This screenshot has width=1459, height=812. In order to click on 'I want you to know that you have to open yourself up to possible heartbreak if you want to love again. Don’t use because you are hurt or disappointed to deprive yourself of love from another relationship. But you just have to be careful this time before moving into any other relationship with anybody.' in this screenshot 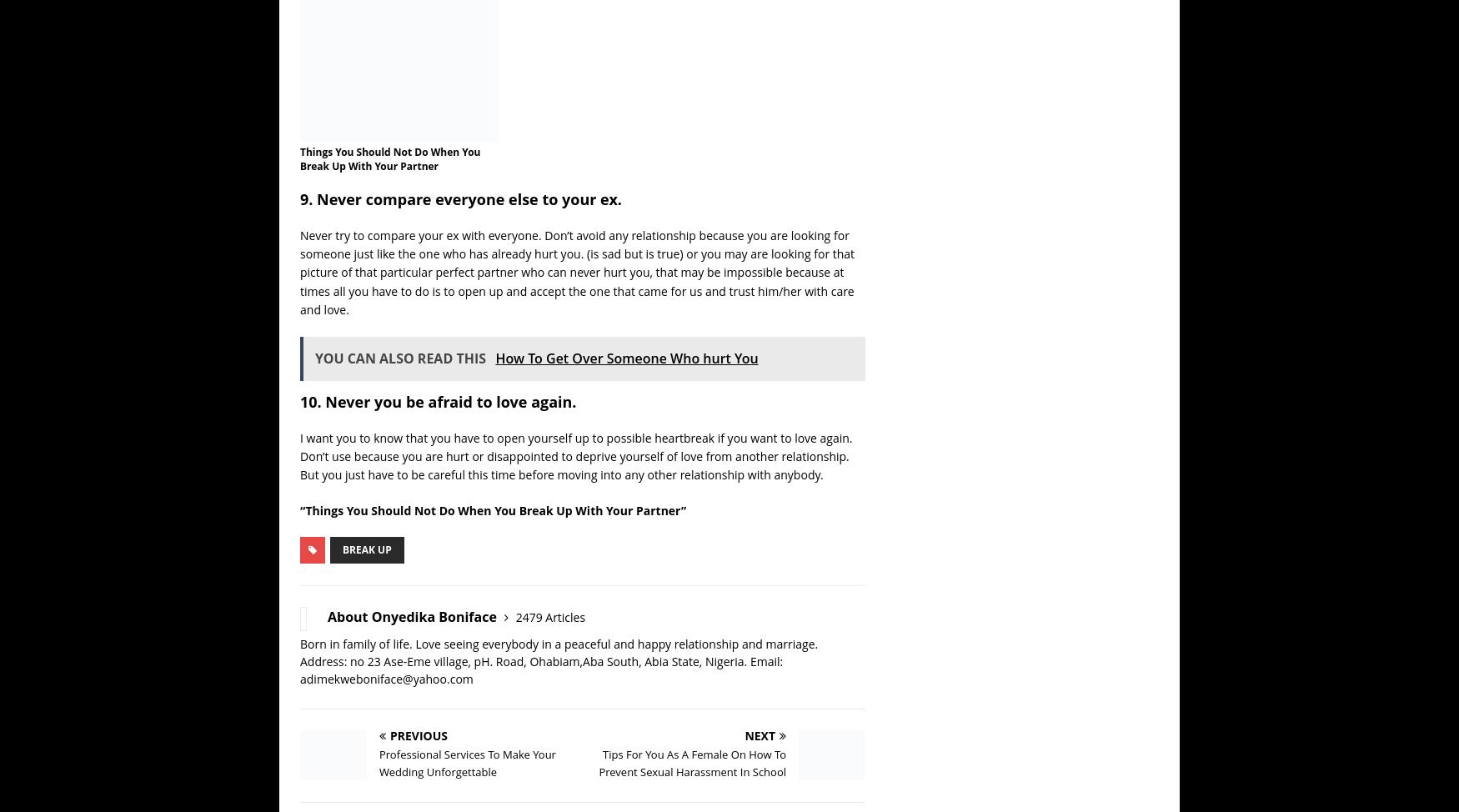, I will do `click(576, 455)`.